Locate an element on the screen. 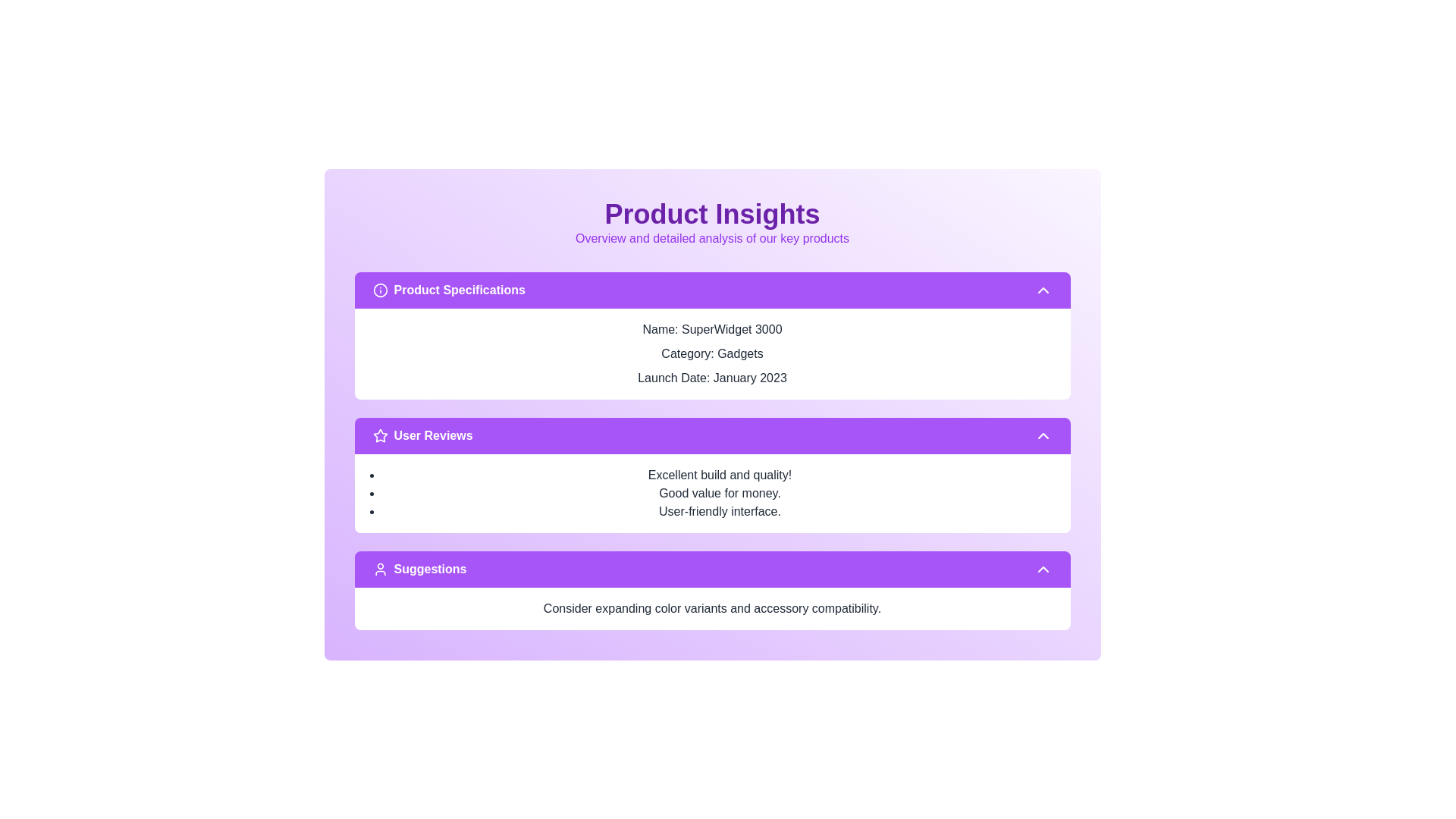 This screenshot has width=1456, height=819. user reviews displayed in the Information Display Section, which has a purple header titled 'User Reviews' and contains three review statements is located at coordinates (711, 475).